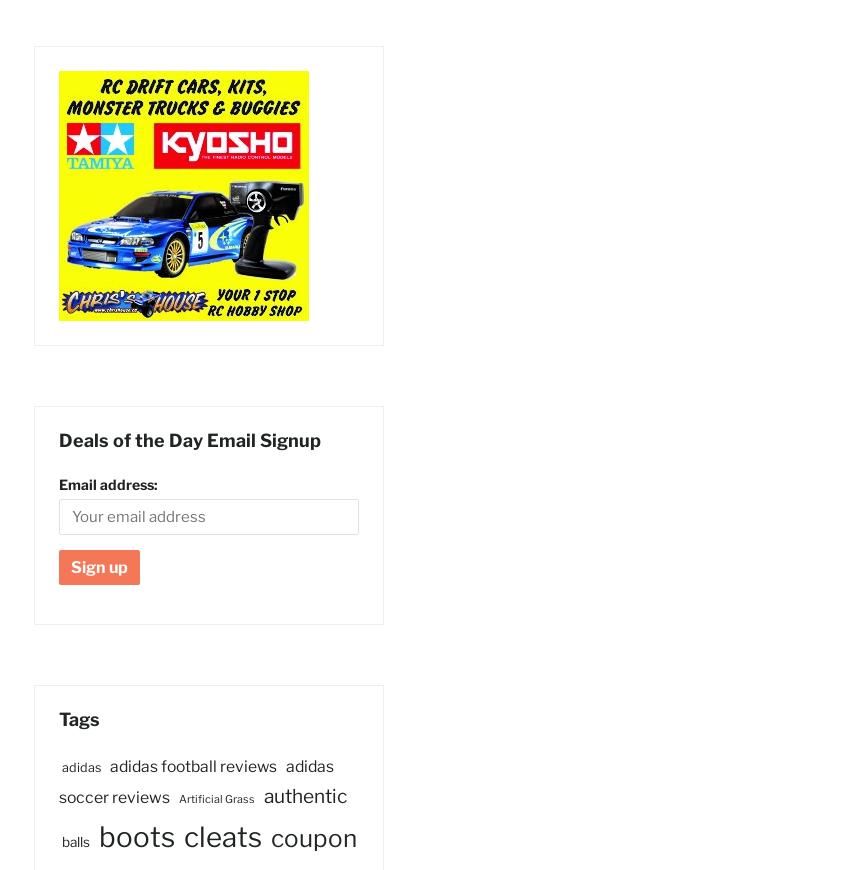 The image size is (850, 870). Describe the element at coordinates (137, 835) in the screenshot. I see `'boots'` at that location.